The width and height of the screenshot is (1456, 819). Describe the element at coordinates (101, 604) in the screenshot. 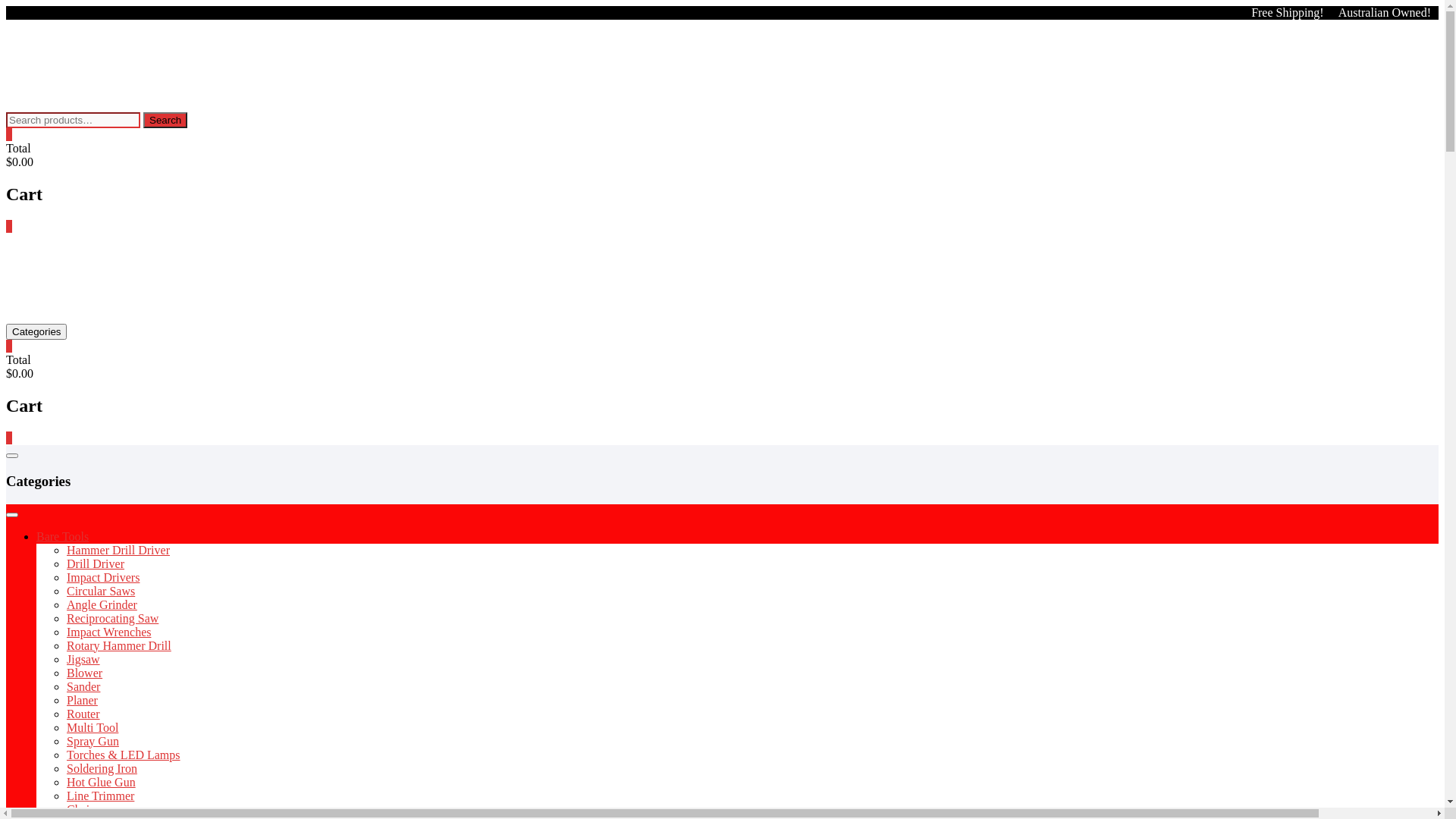

I see `'Angle Grinder'` at that location.